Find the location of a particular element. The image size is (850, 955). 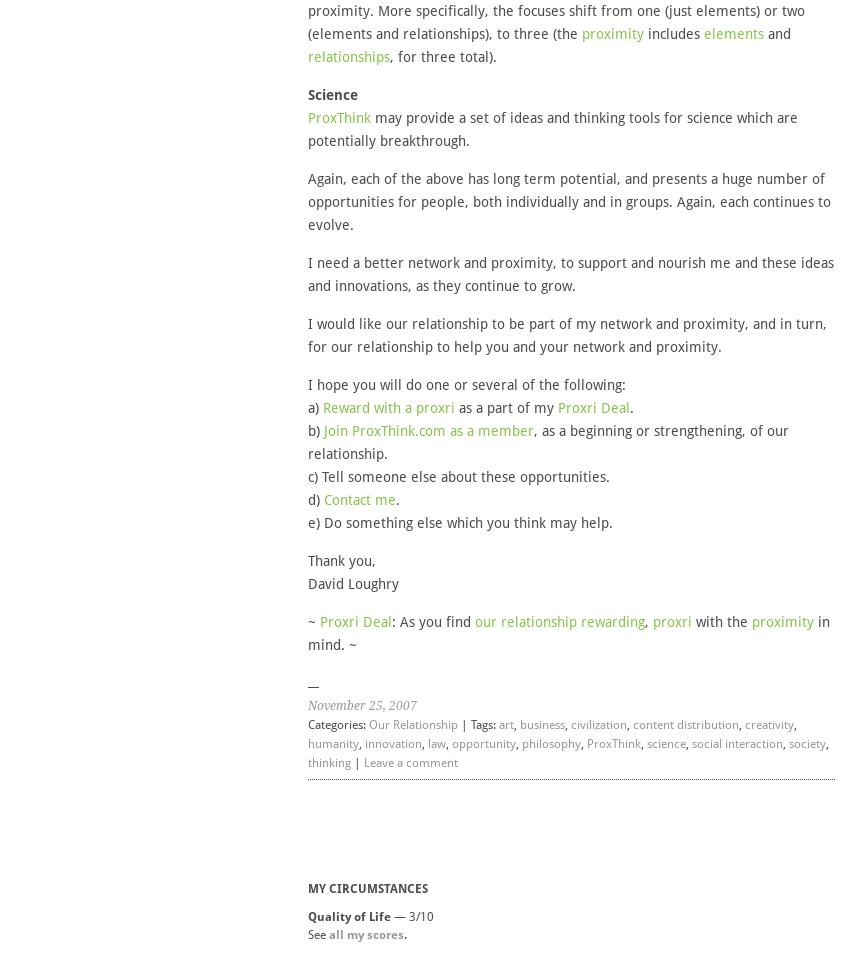

'all my scores' is located at coordinates (328, 935).